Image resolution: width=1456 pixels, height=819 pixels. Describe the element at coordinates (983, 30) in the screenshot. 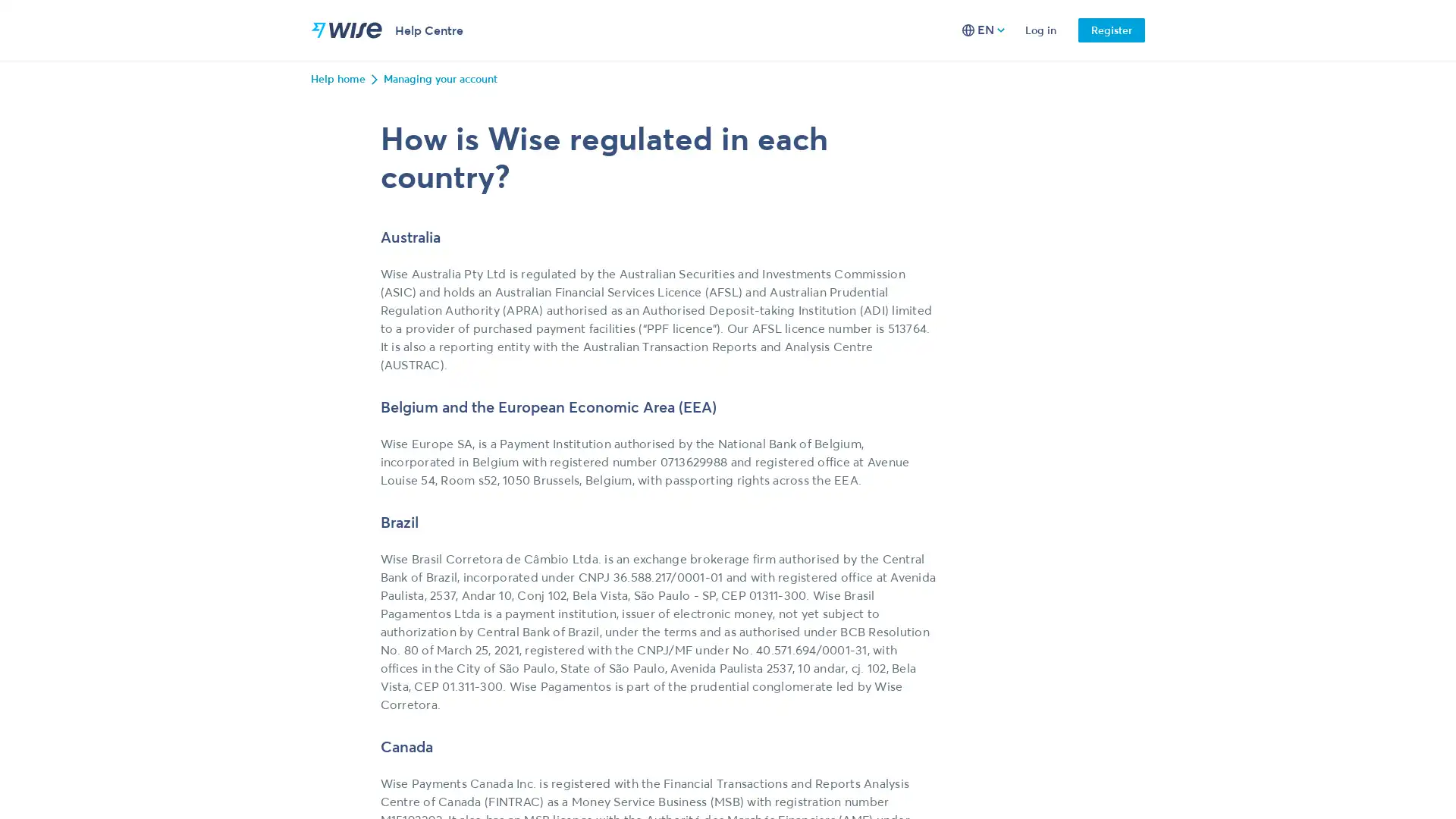

I see `EN` at that location.